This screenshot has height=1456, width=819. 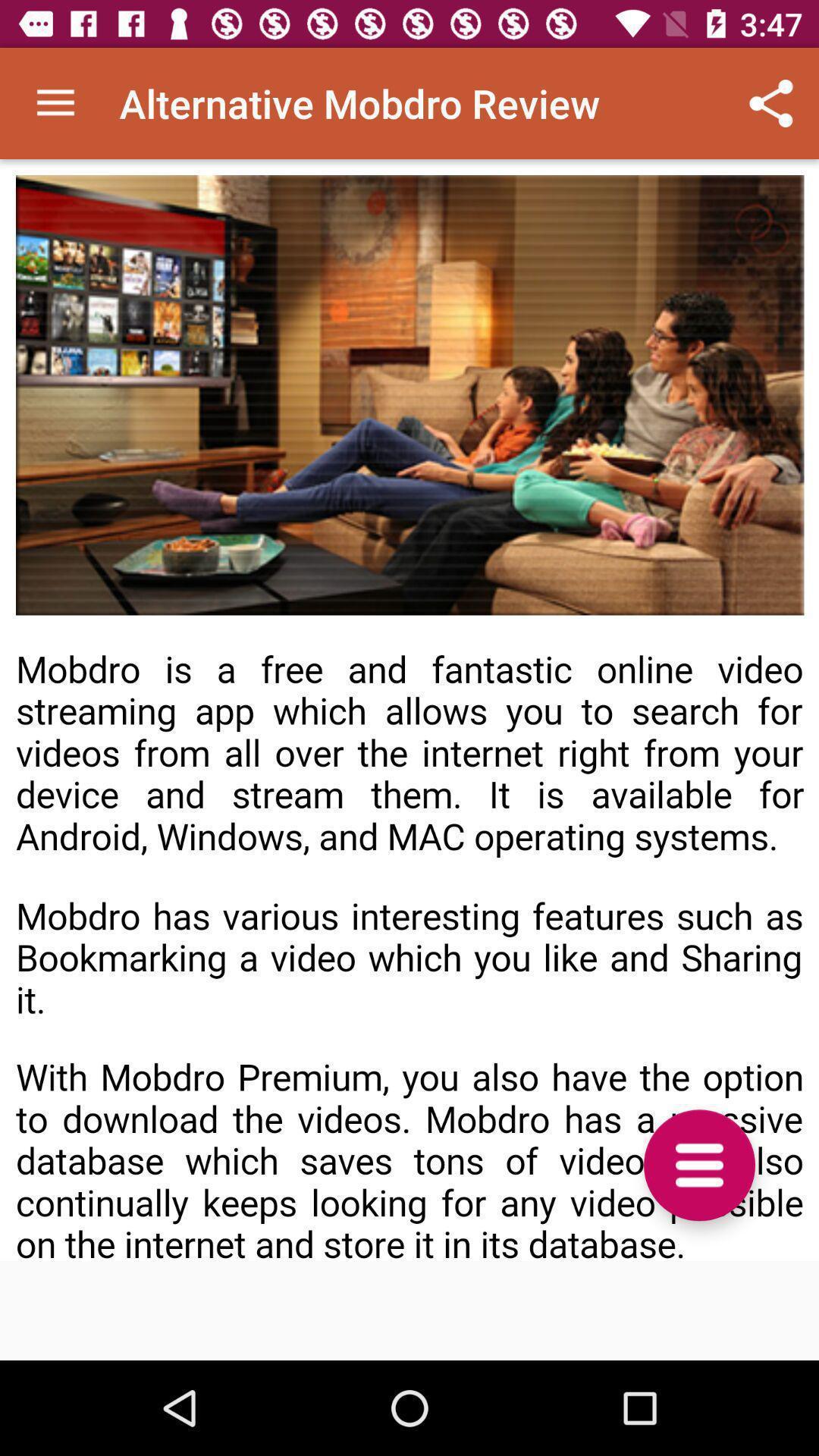 What do you see at coordinates (699, 1164) in the screenshot?
I see `more options` at bounding box center [699, 1164].